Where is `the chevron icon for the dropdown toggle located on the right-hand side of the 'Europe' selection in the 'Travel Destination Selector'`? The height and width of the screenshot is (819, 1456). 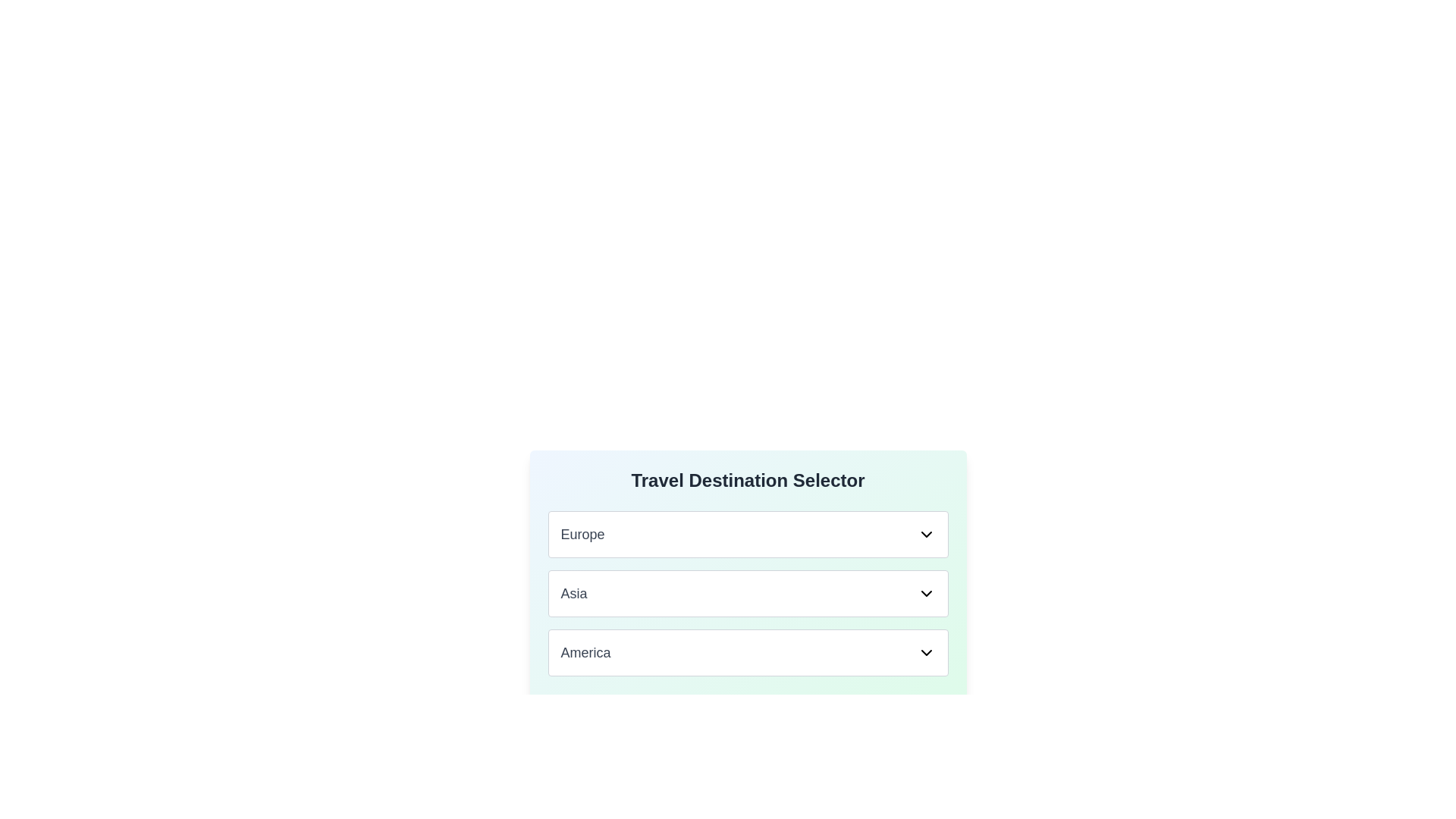
the chevron icon for the dropdown toggle located on the right-hand side of the 'Europe' selection in the 'Travel Destination Selector' is located at coordinates (925, 534).